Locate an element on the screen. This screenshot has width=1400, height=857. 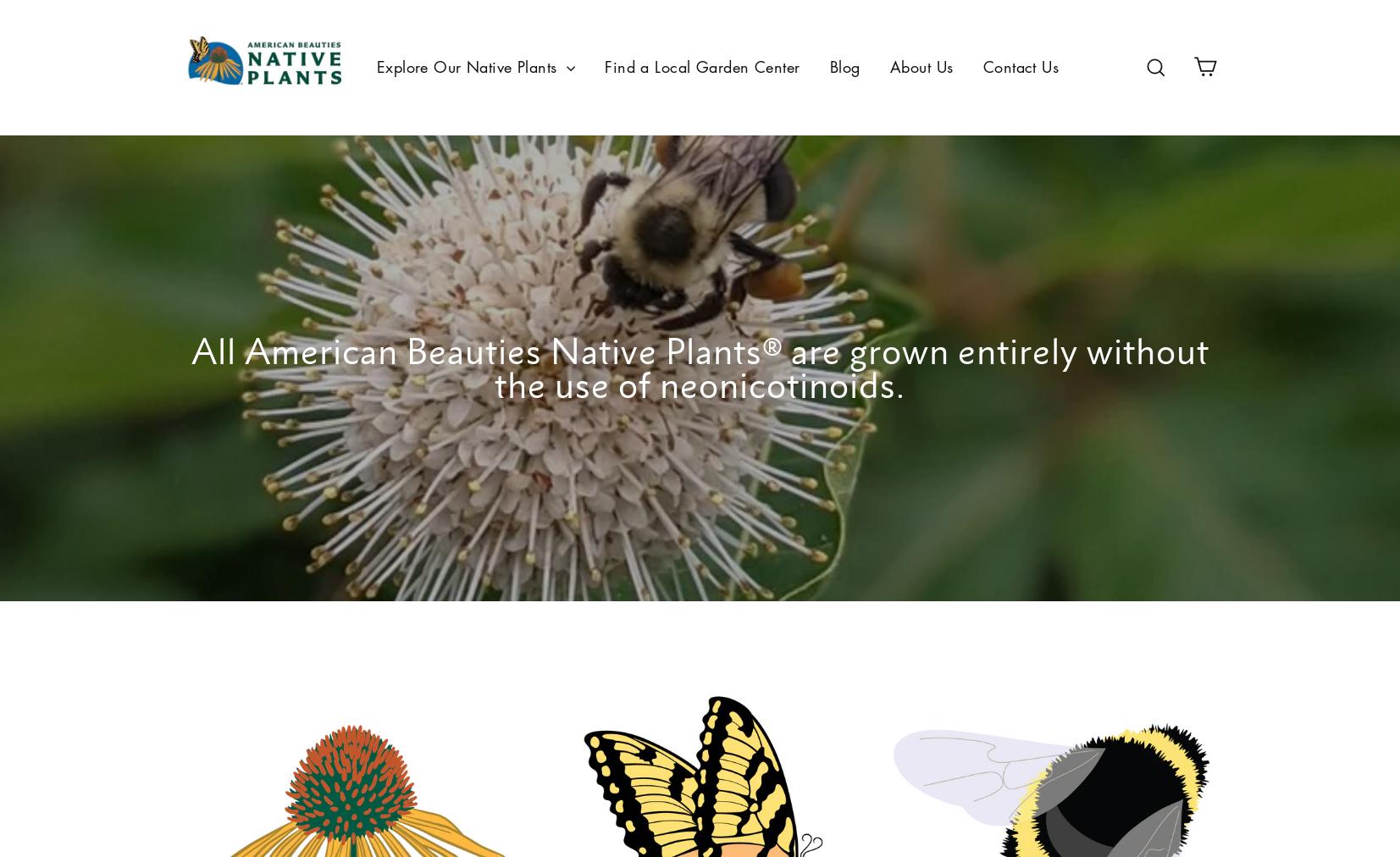
'Blog' is located at coordinates (844, 65).